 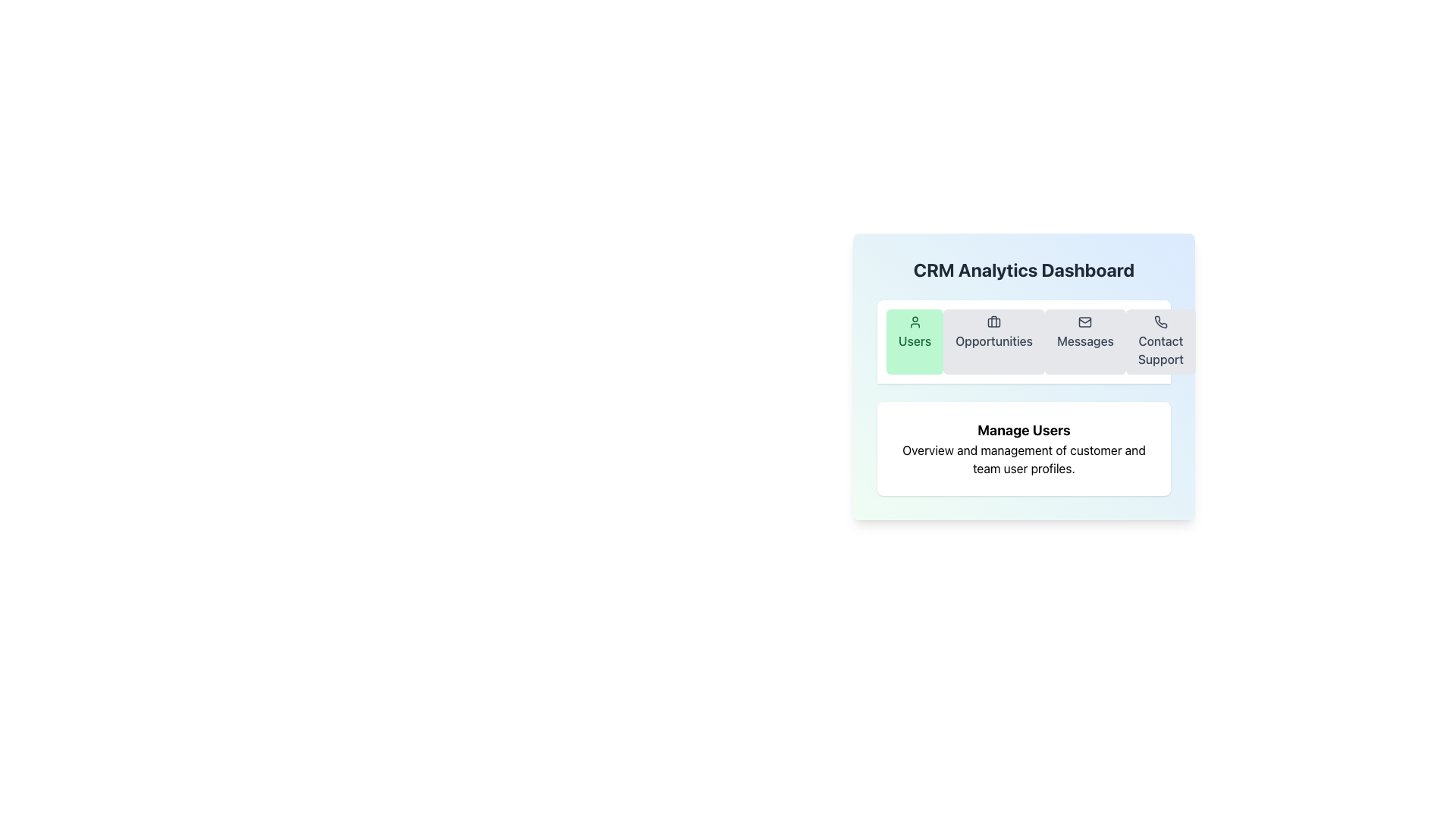 What do you see at coordinates (1024, 447) in the screenshot?
I see `the informative text block titled 'Manage Users', which includes the description 'Overview and management of customer and team user profiles.'` at bounding box center [1024, 447].